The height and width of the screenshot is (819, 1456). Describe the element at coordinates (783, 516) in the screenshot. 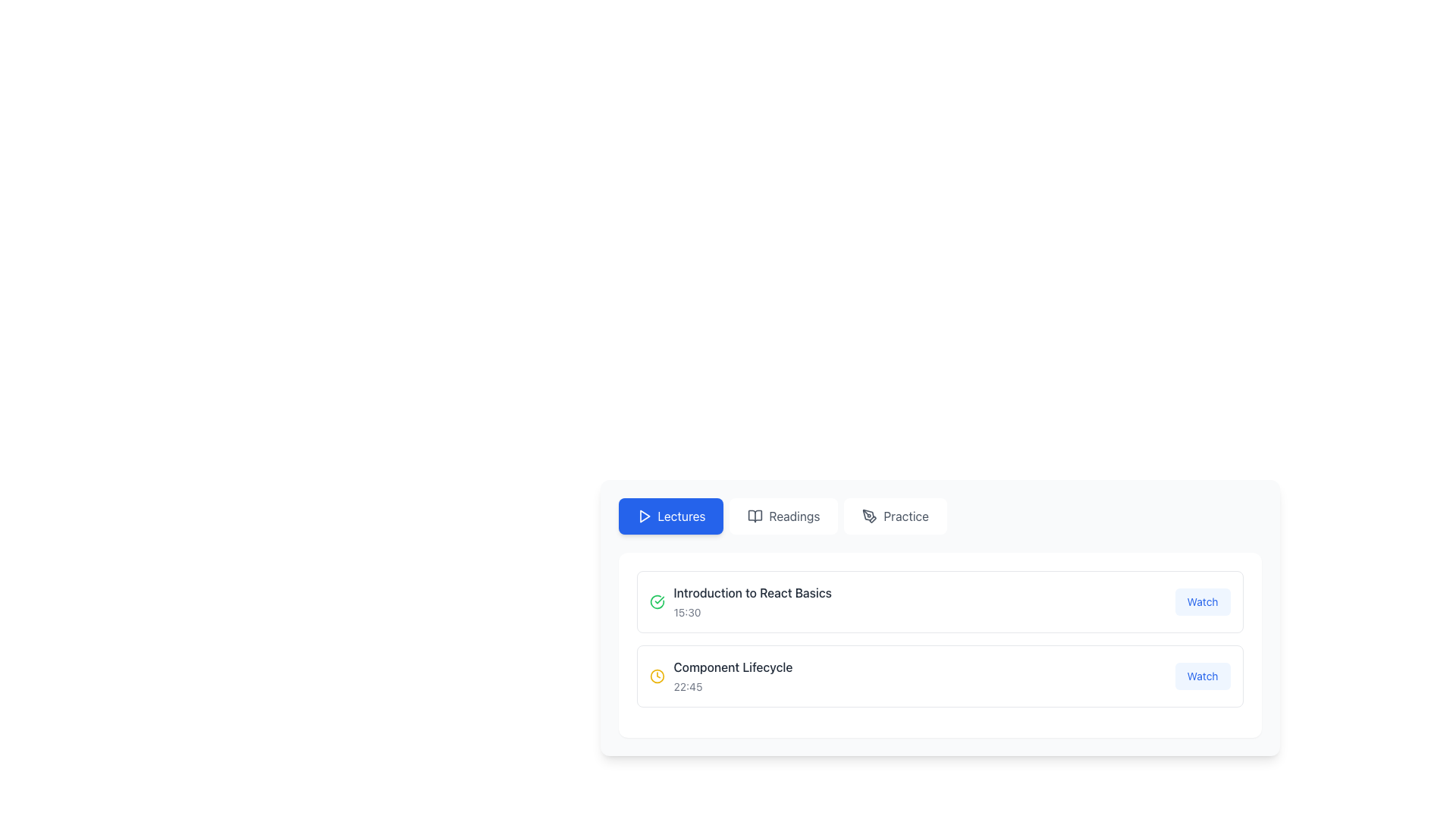

I see `the 'Readings' button` at that location.